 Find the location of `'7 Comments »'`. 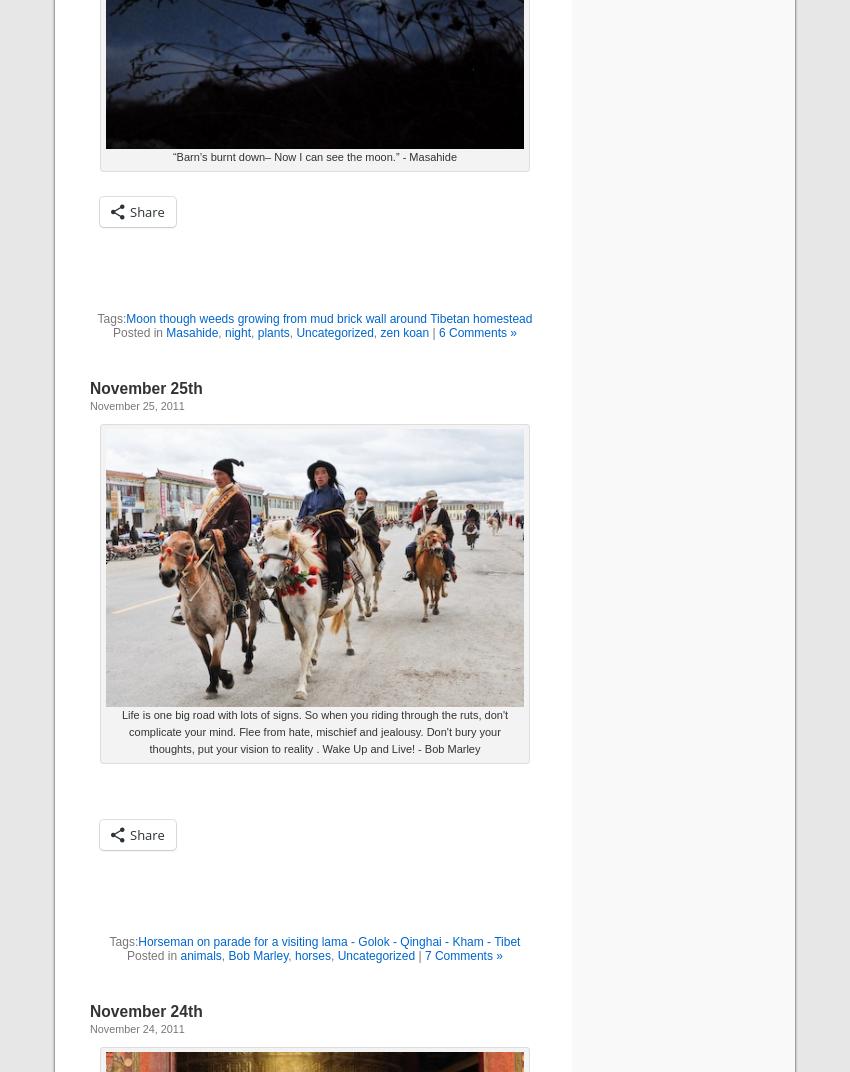

'7 Comments »' is located at coordinates (461, 954).